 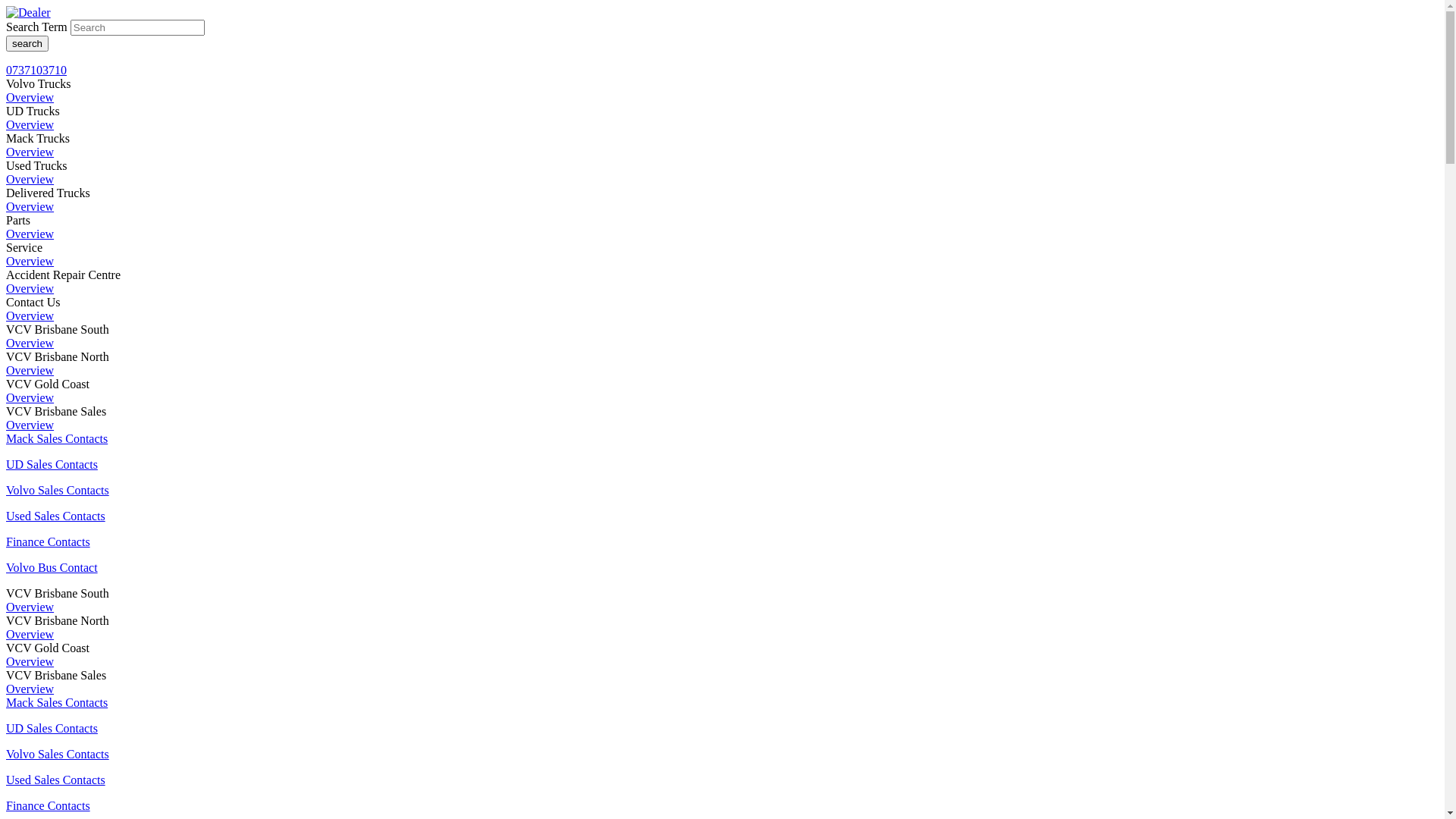 What do you see at coordinates (6, 70) in the screenshot?
I see `'0737103710'` at bounding box center [6, 70].